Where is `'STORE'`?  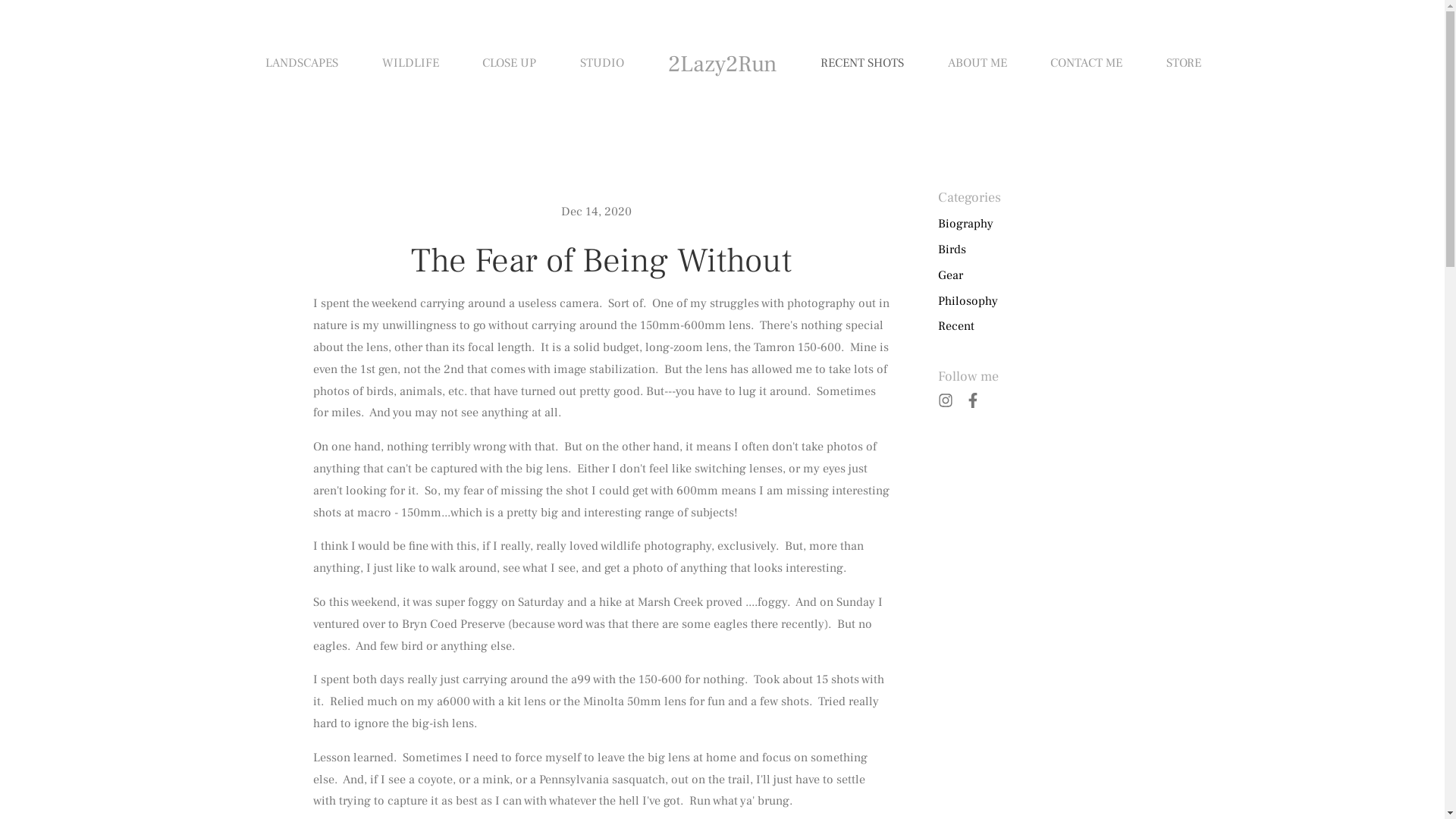
'STORE' is located at coordinates (1182, 63).